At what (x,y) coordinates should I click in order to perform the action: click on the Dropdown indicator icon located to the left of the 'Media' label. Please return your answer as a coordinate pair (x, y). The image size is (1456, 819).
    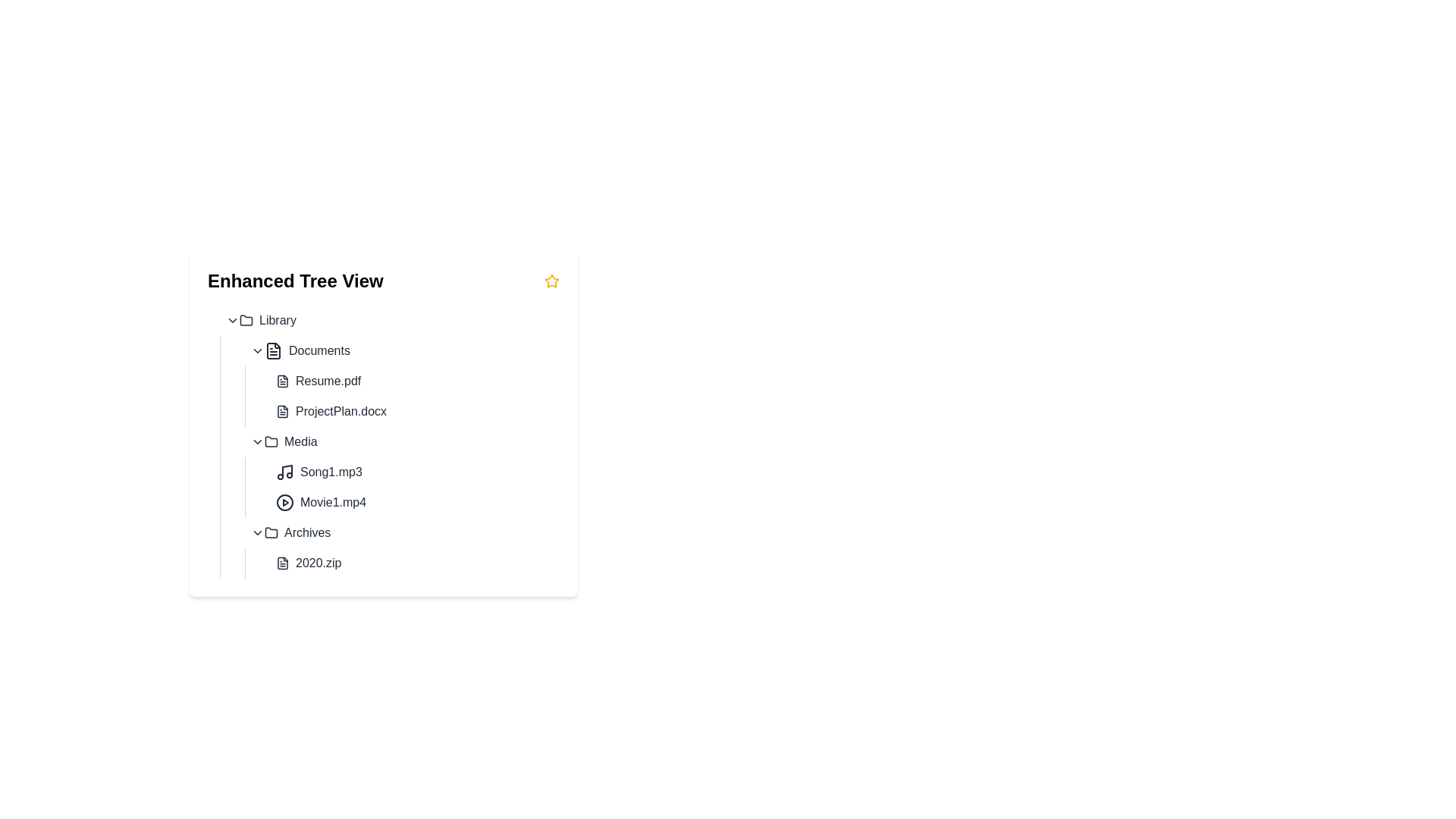
    Looking at the image, I should click on (258, 441).